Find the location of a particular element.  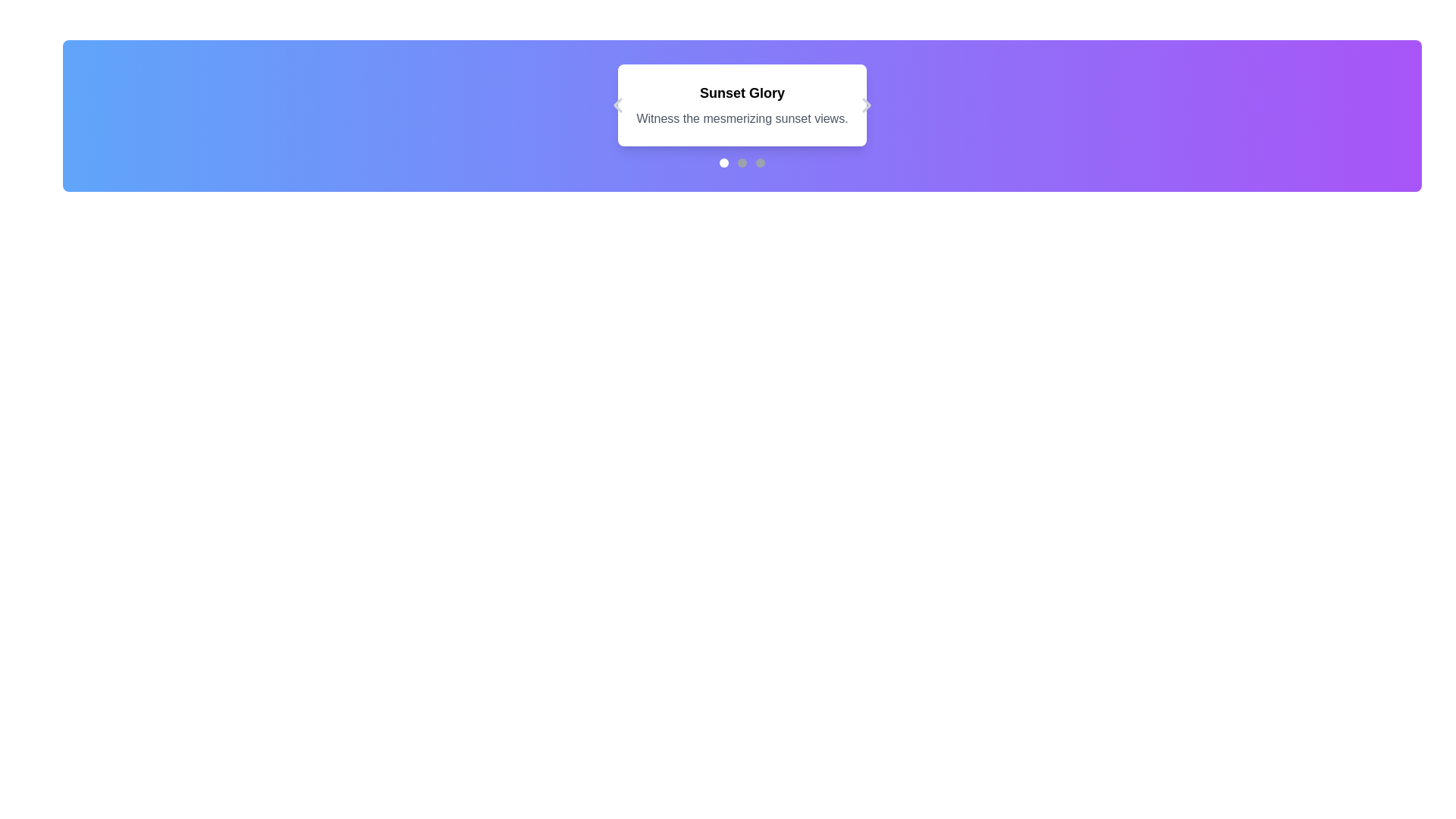

the second circular indicator with a gray background located below the 'Sunset Glory' title to change its background color is located at coordinates (742, 163).